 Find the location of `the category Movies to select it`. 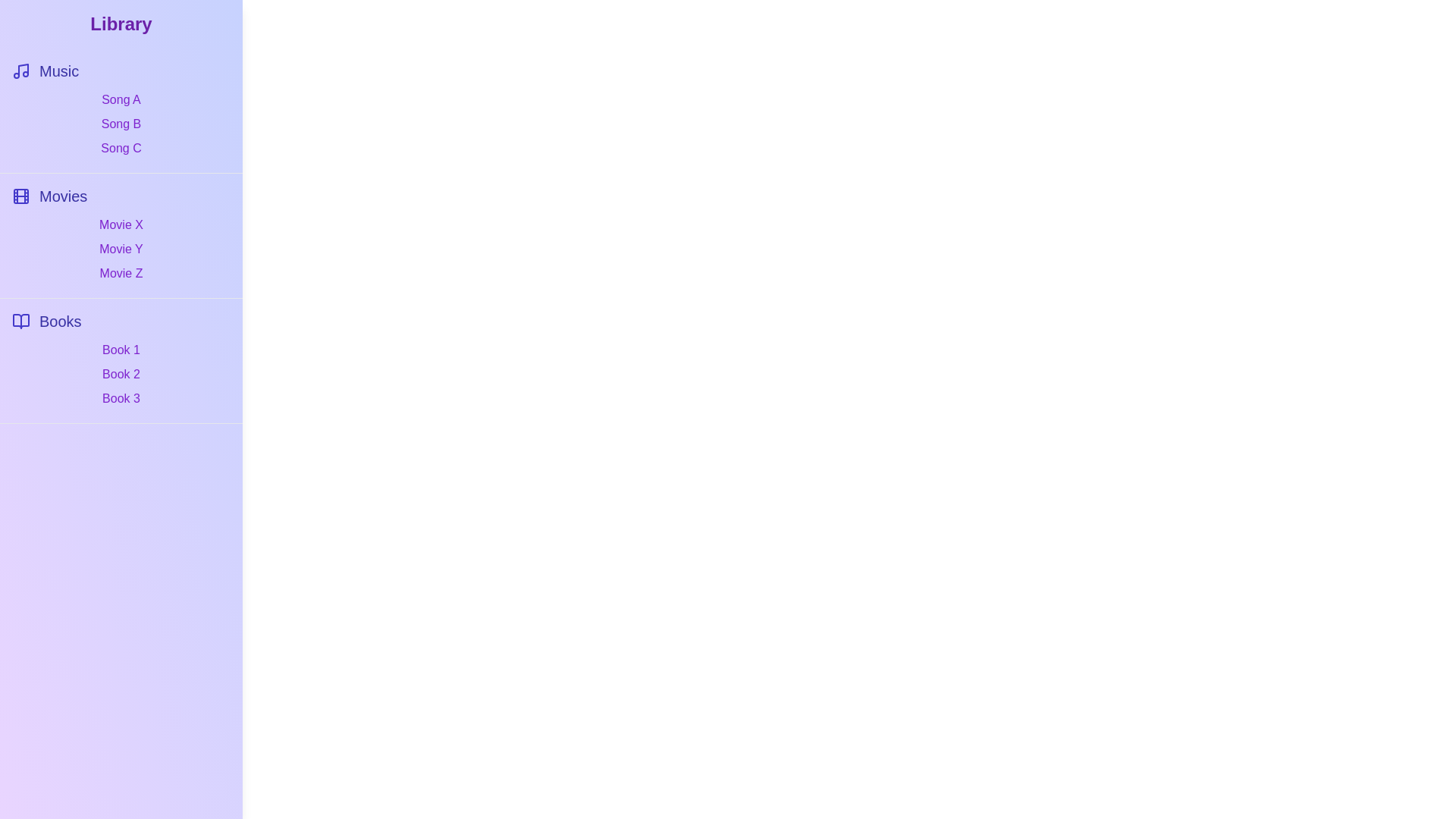

the category Movies to select it is located at coordinates (120, 195).